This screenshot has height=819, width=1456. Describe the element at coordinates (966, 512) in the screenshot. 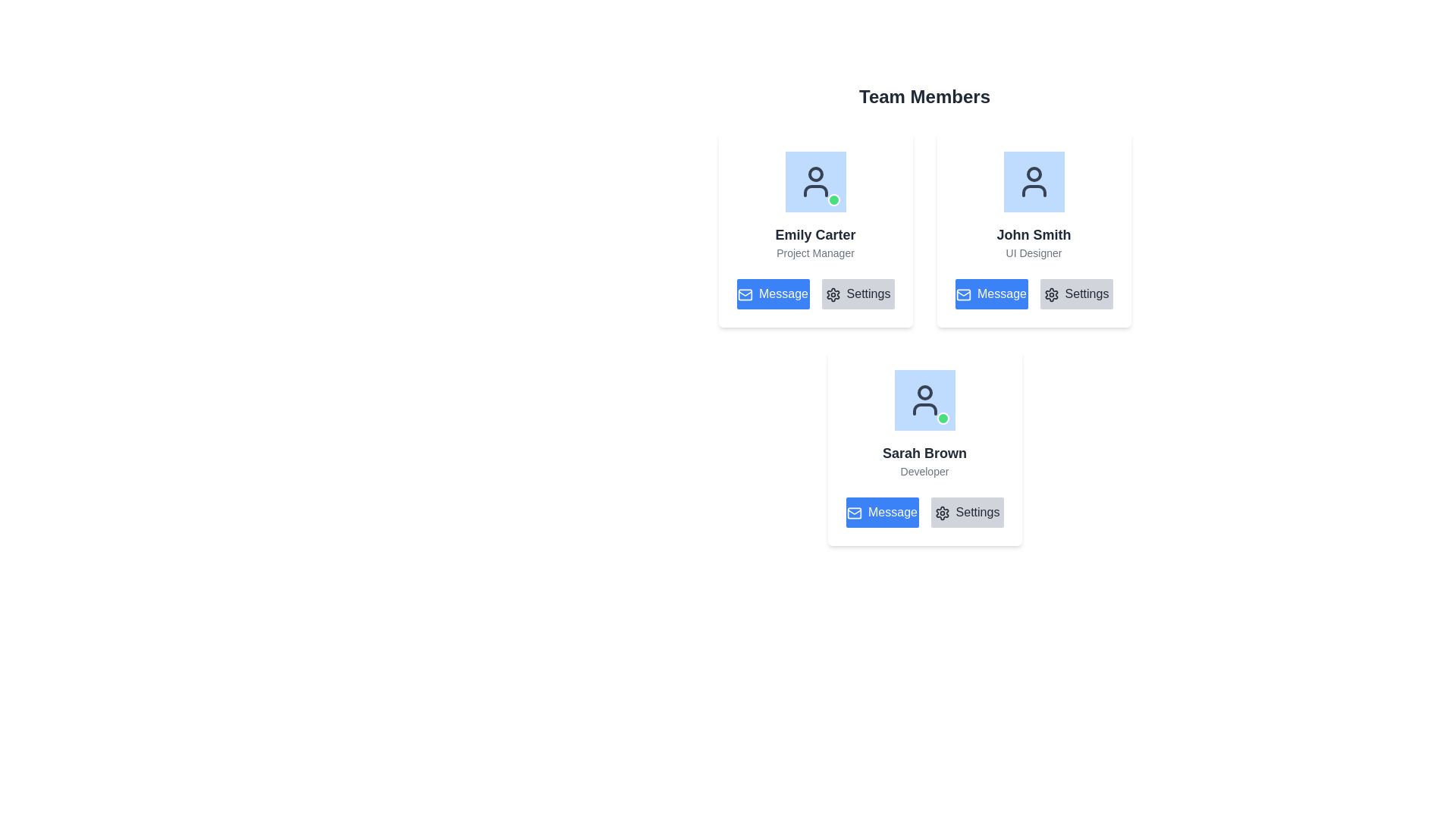

I see `the 'Settings' button located below the 'Sarah Brown' profile block` at that location.